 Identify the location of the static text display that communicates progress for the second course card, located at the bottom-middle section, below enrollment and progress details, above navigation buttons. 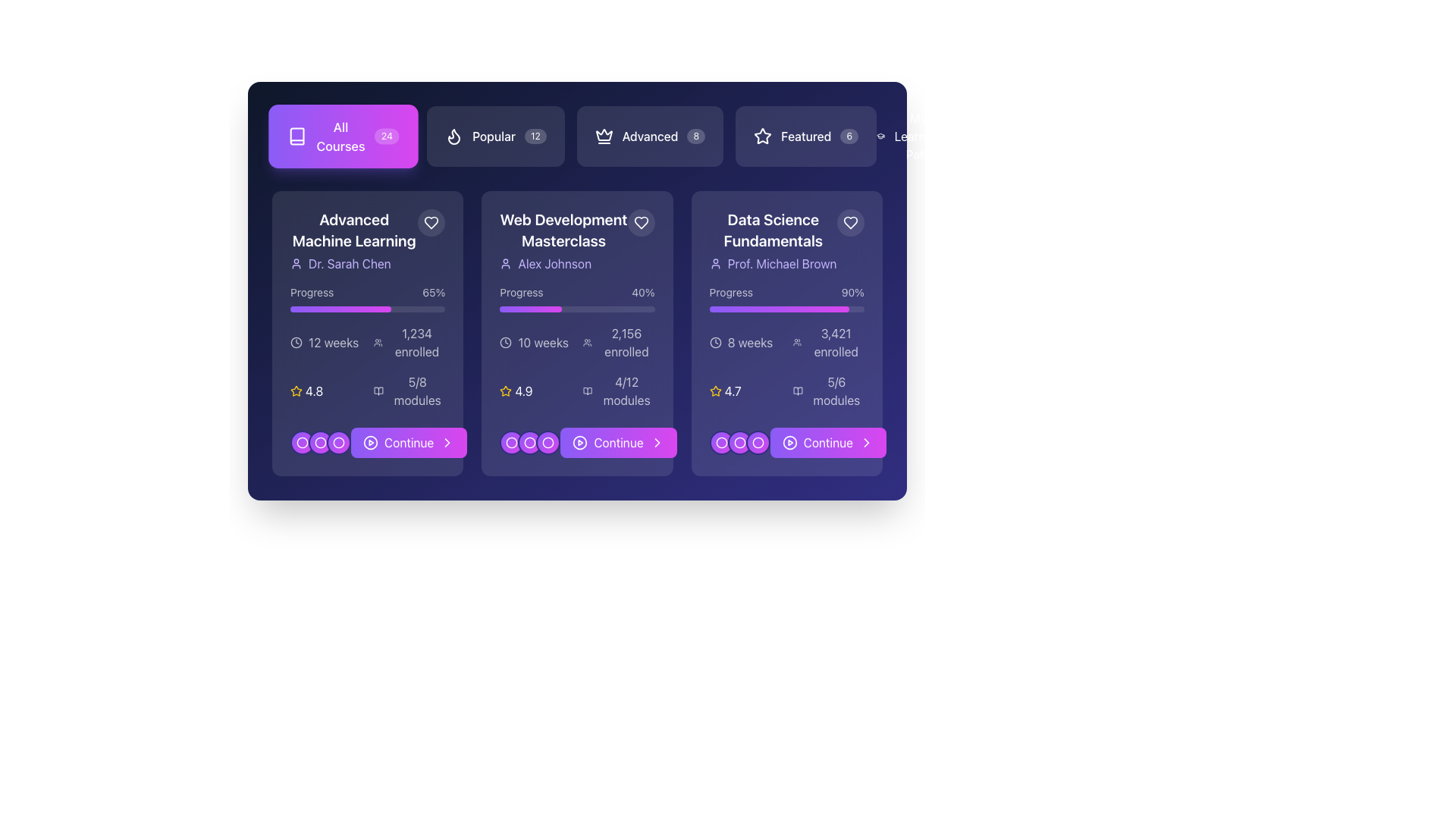
(626, 391).